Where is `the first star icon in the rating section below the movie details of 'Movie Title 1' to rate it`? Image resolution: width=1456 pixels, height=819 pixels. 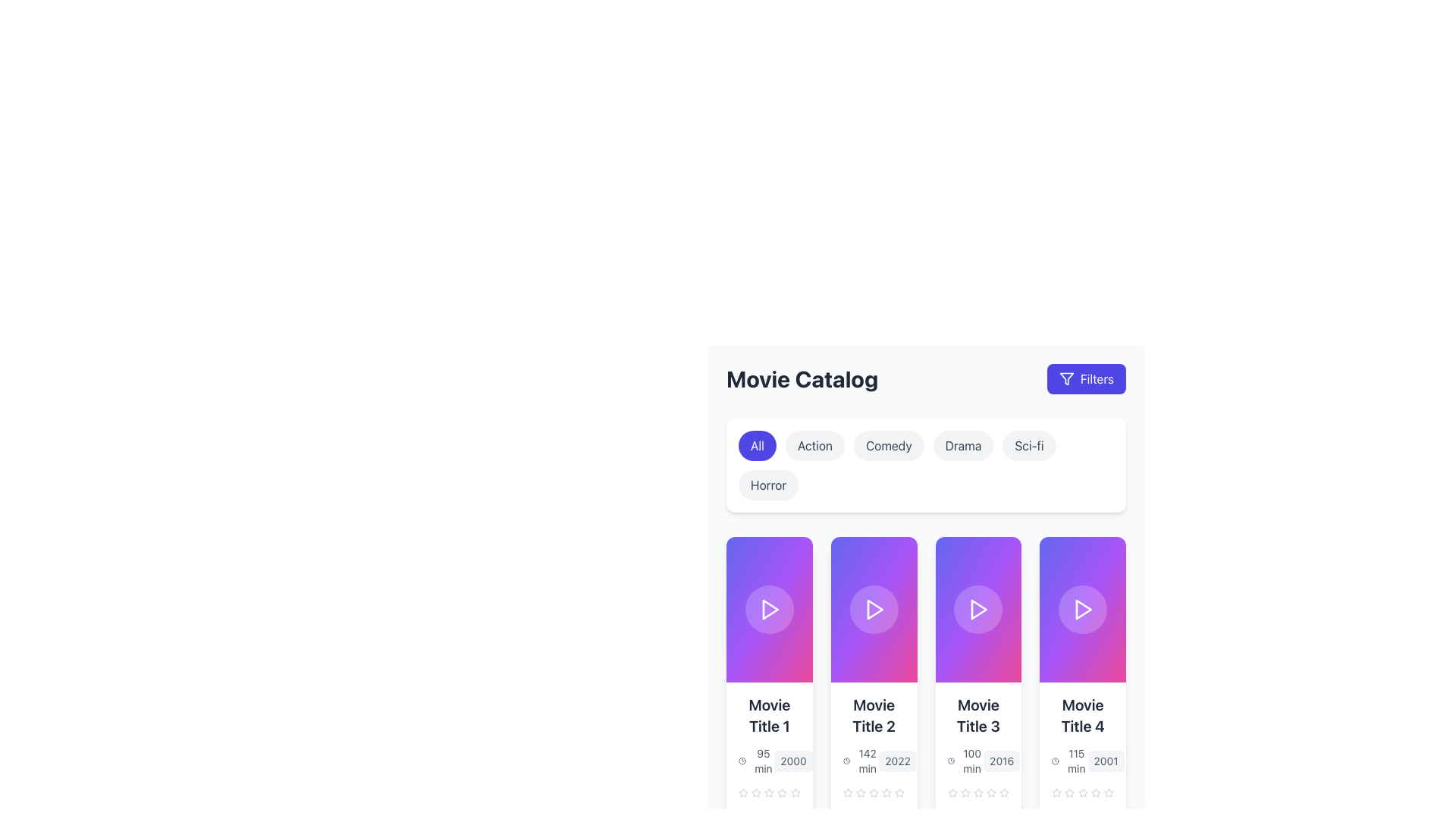 the first star icon in the rating section below the movie details of 'Movie Title 1' to rate it is located at coordinates (783, 792).